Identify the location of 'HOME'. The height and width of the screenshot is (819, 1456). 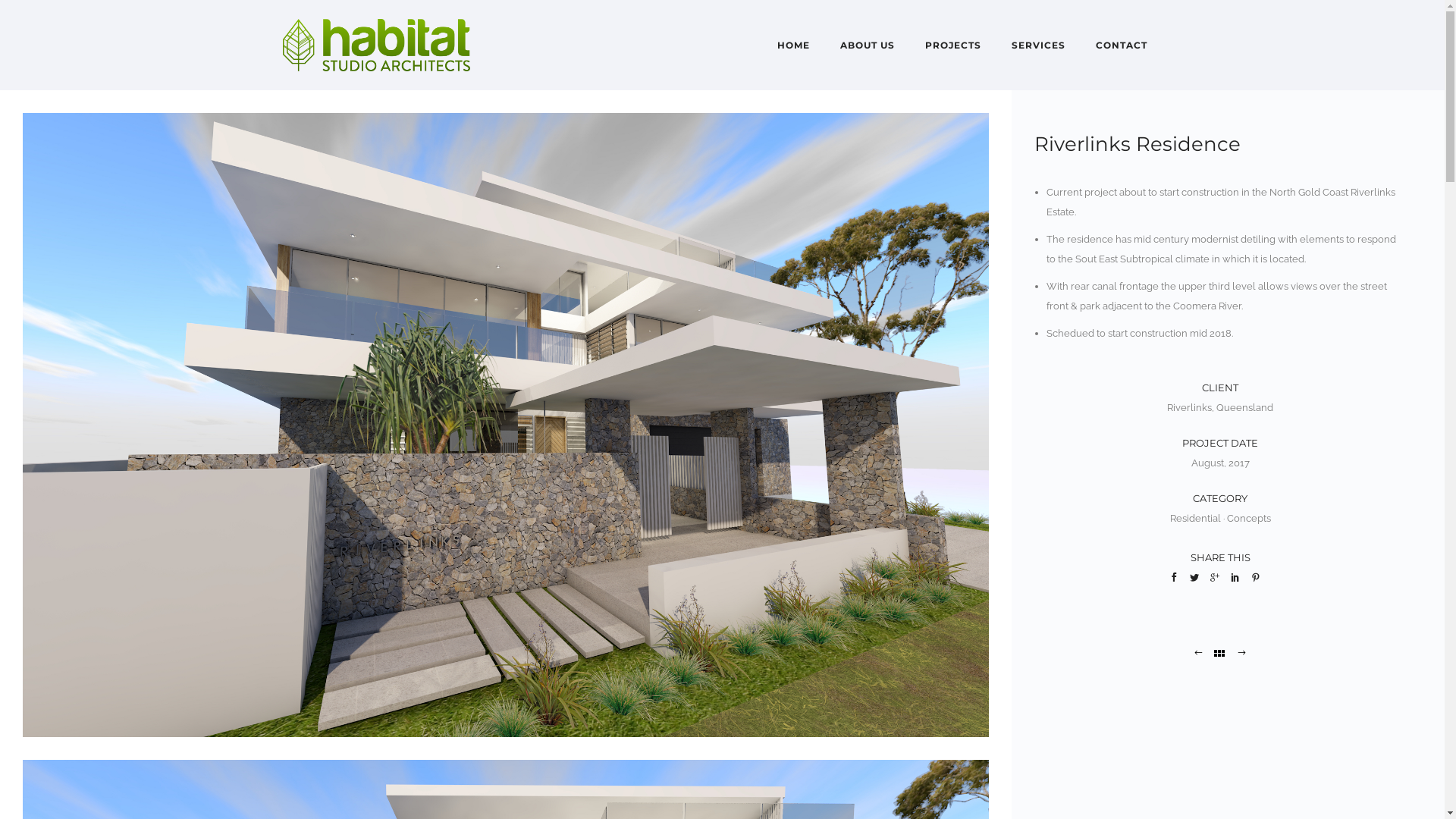
(792, 44).